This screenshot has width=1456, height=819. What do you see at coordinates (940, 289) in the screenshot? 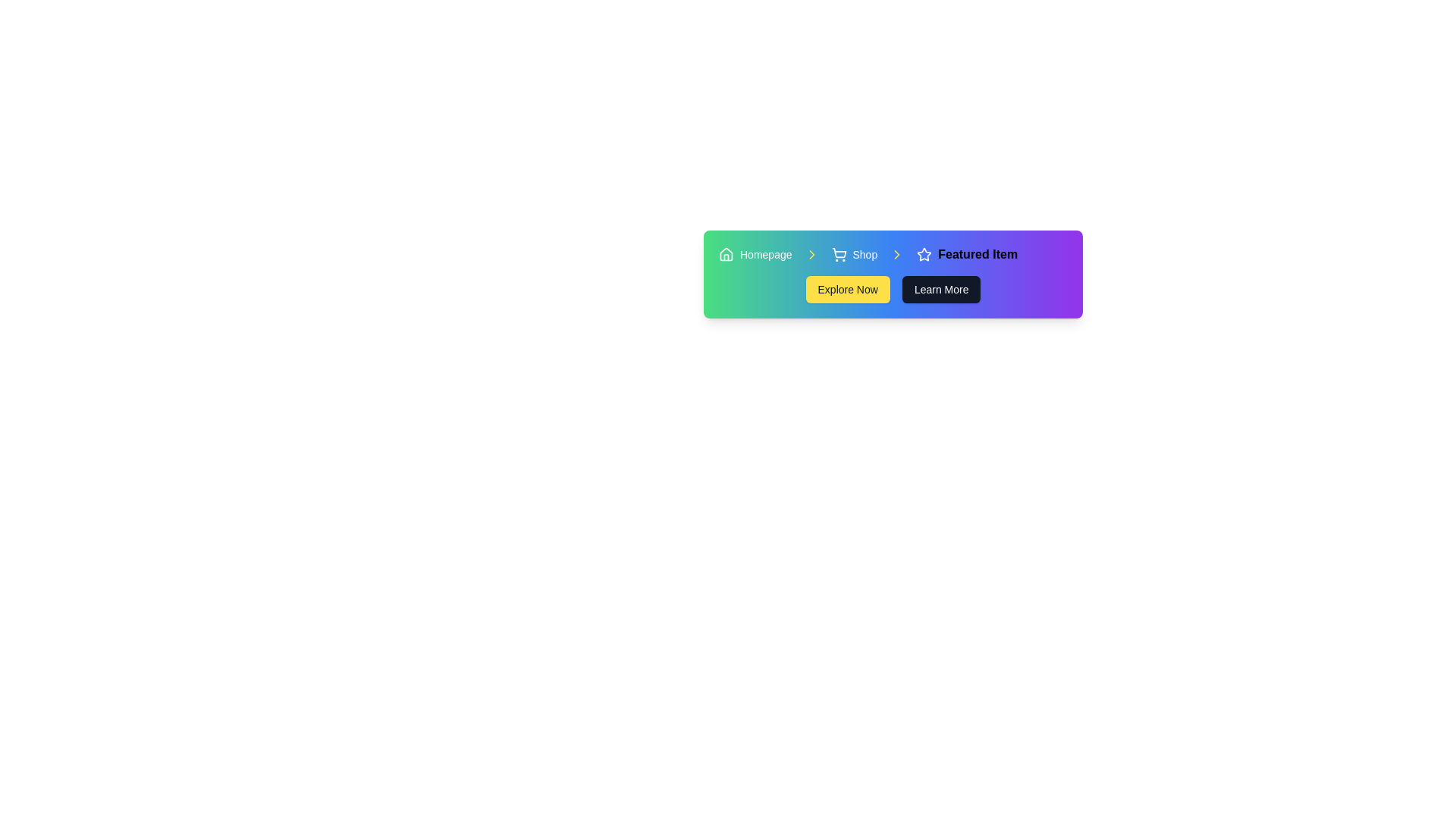
I see `the 'Learn More' button, which is a rectangular button with a dark gray background and white text, located at the bottom right corner of a colorful navigation banner` at bounding box center [940, 289].